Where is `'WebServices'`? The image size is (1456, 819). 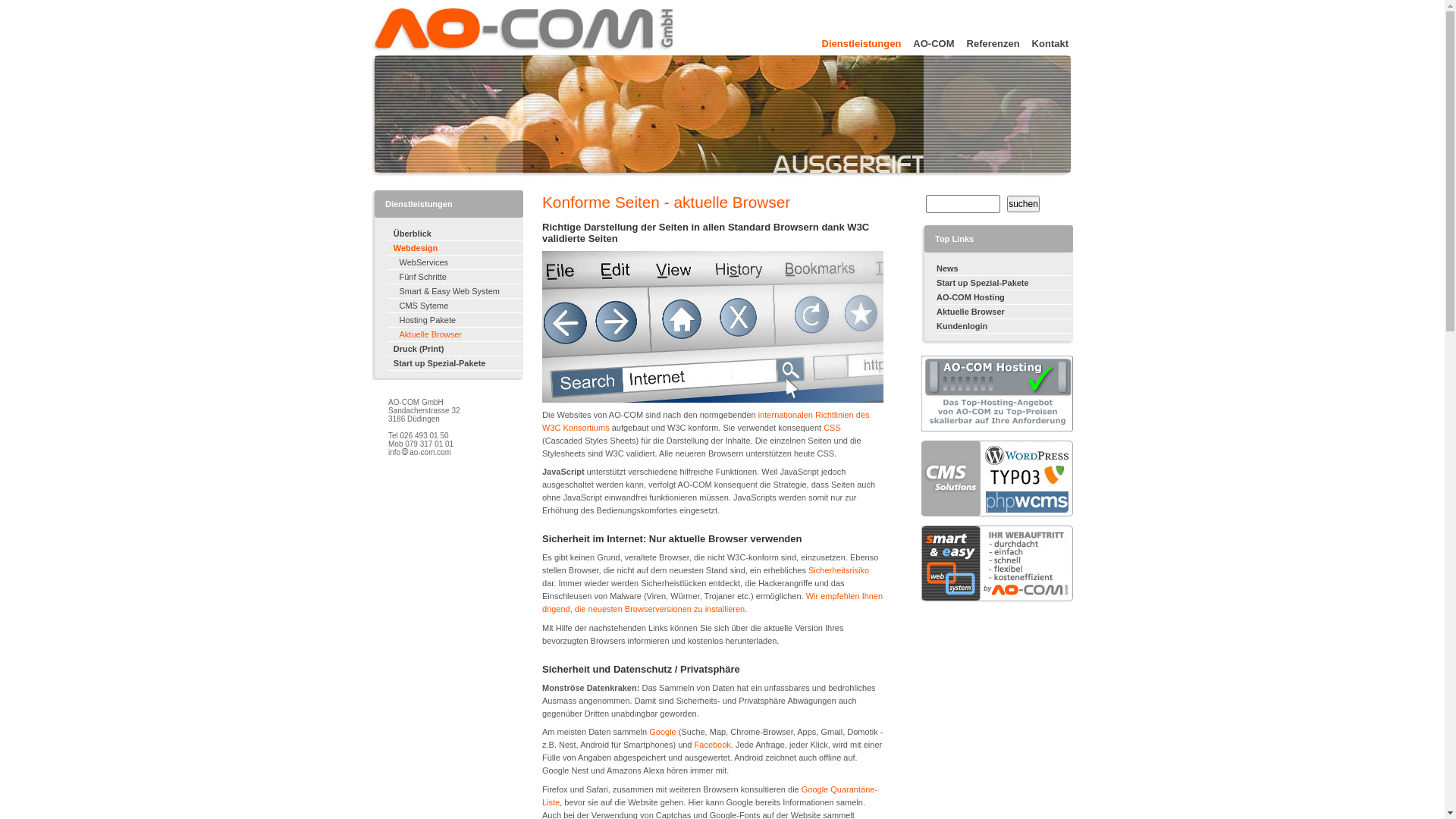 'WebServices' is located at coordinates (386, 262).